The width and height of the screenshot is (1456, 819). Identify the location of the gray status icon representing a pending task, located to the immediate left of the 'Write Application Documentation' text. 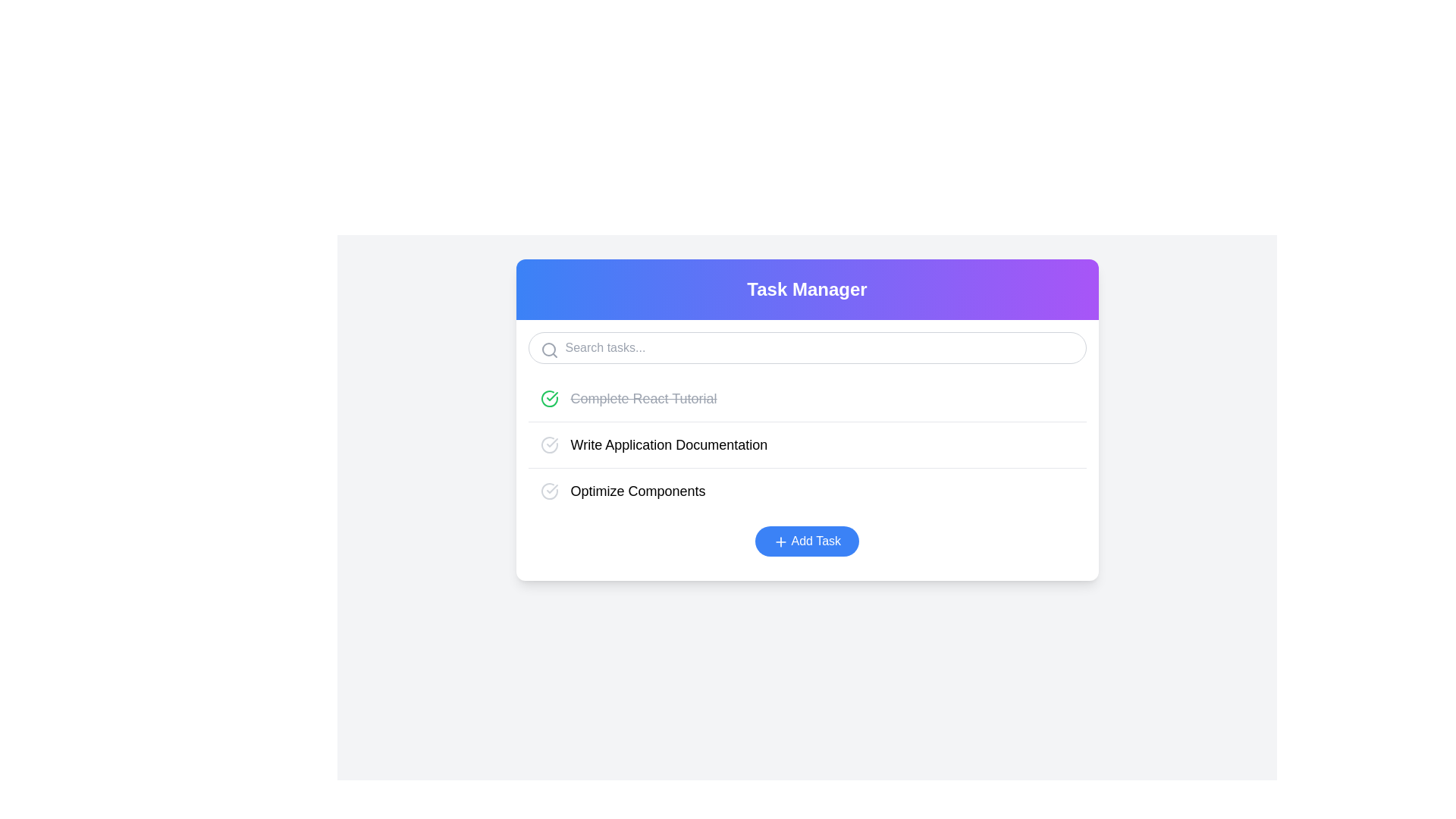
(548, 444).